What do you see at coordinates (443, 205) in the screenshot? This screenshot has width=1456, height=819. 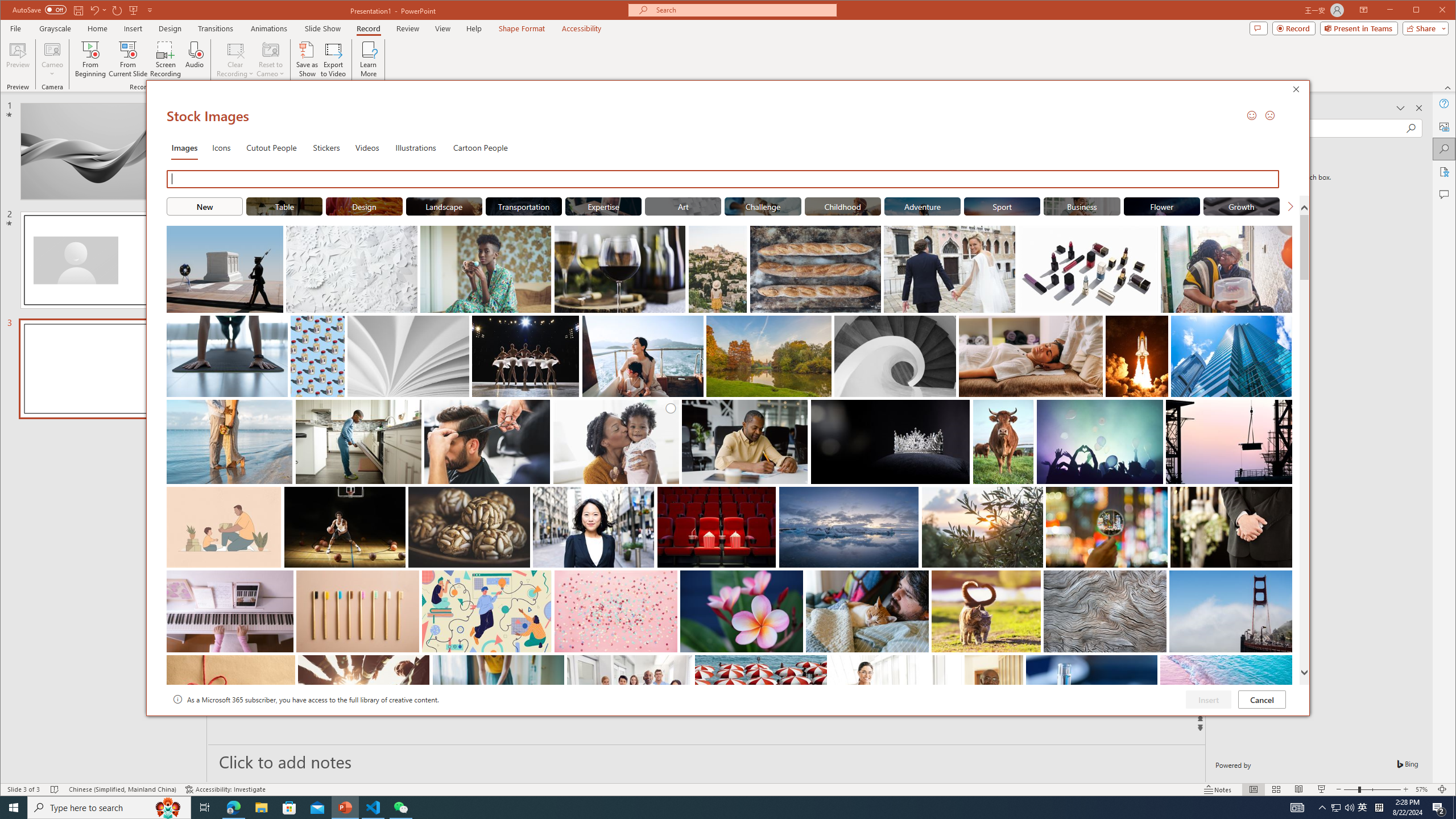 I see `'"Landscape" Stock Images.'` at bounding box center [443, 205].